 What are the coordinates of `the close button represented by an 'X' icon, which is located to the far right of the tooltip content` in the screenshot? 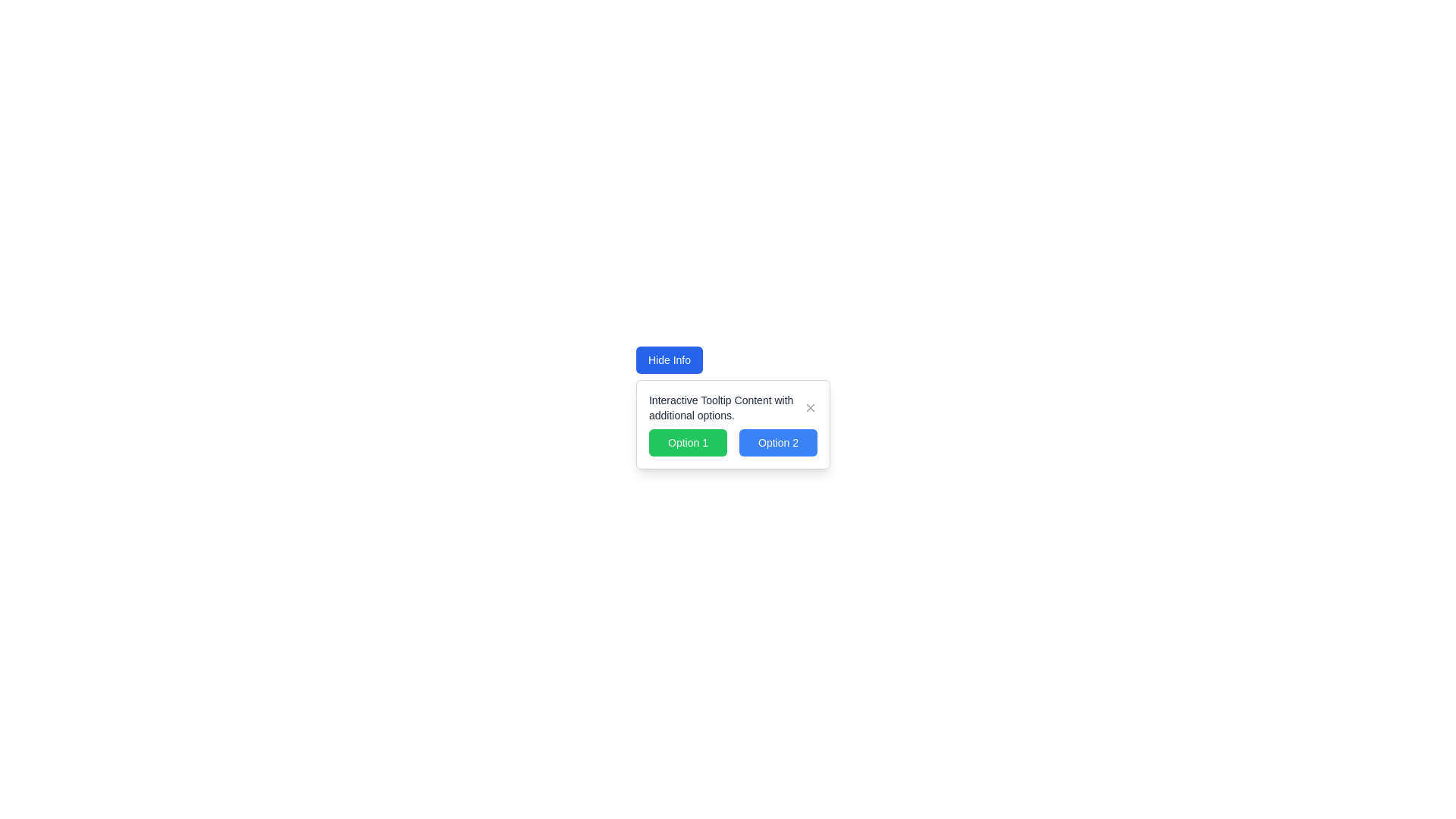 It's located at (810, 406).